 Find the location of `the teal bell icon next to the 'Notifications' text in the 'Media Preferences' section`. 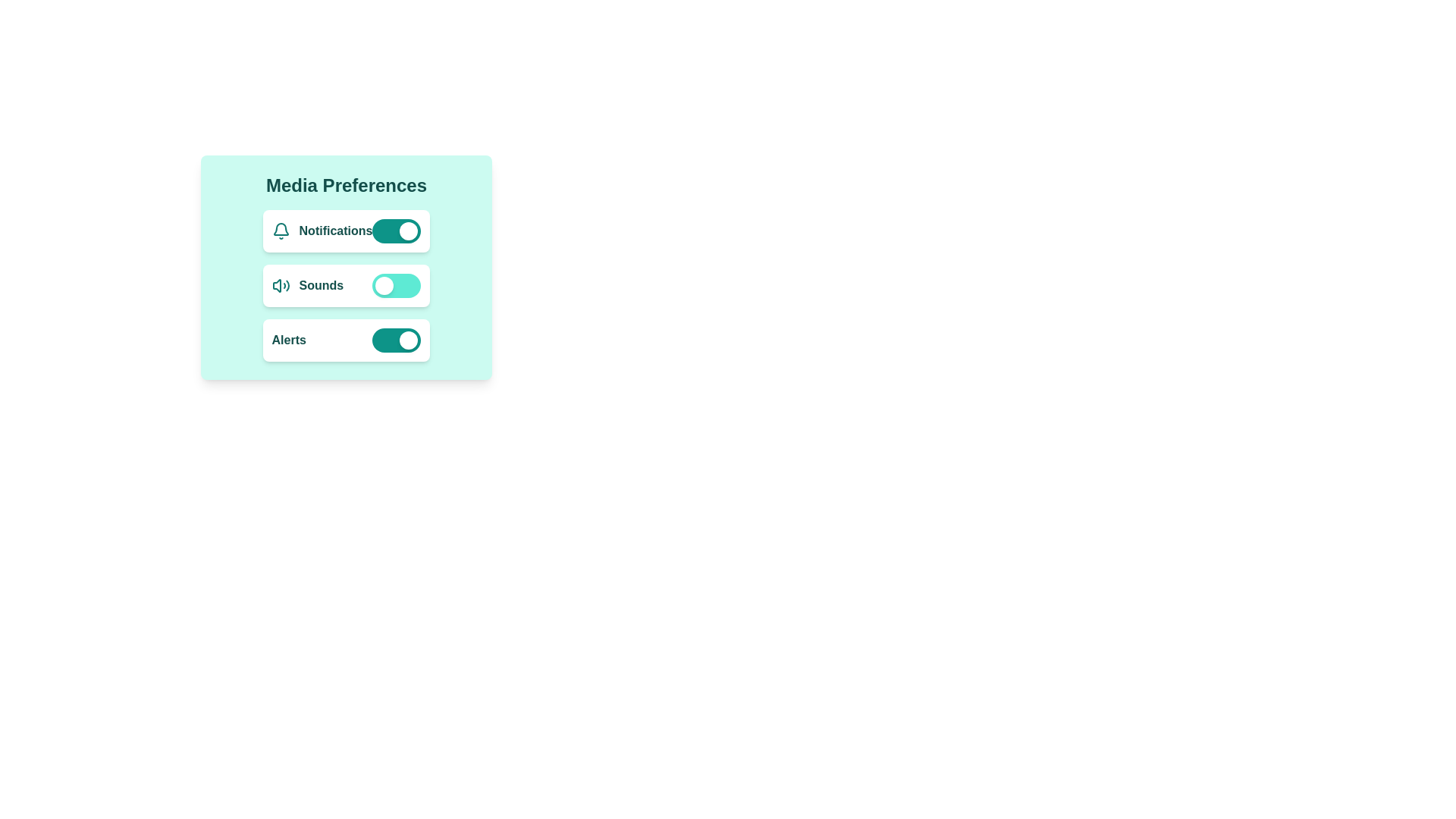

the teal bell icon next to the 'Notifications' text in the 'Media Preferences' section is located at coordinates (281, 231).